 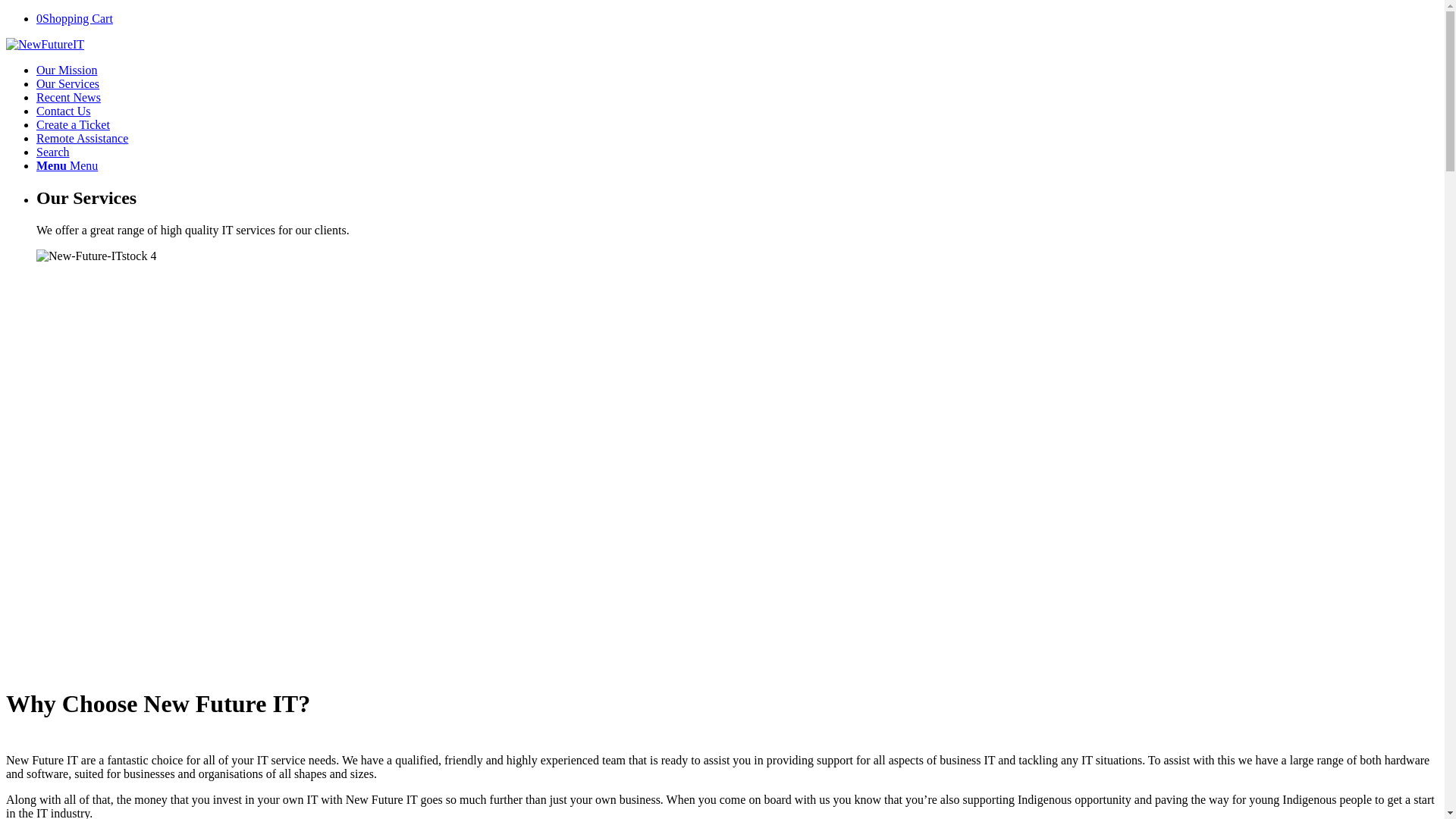 I want to click on 'Our Mission', so click(x=65, y=70).